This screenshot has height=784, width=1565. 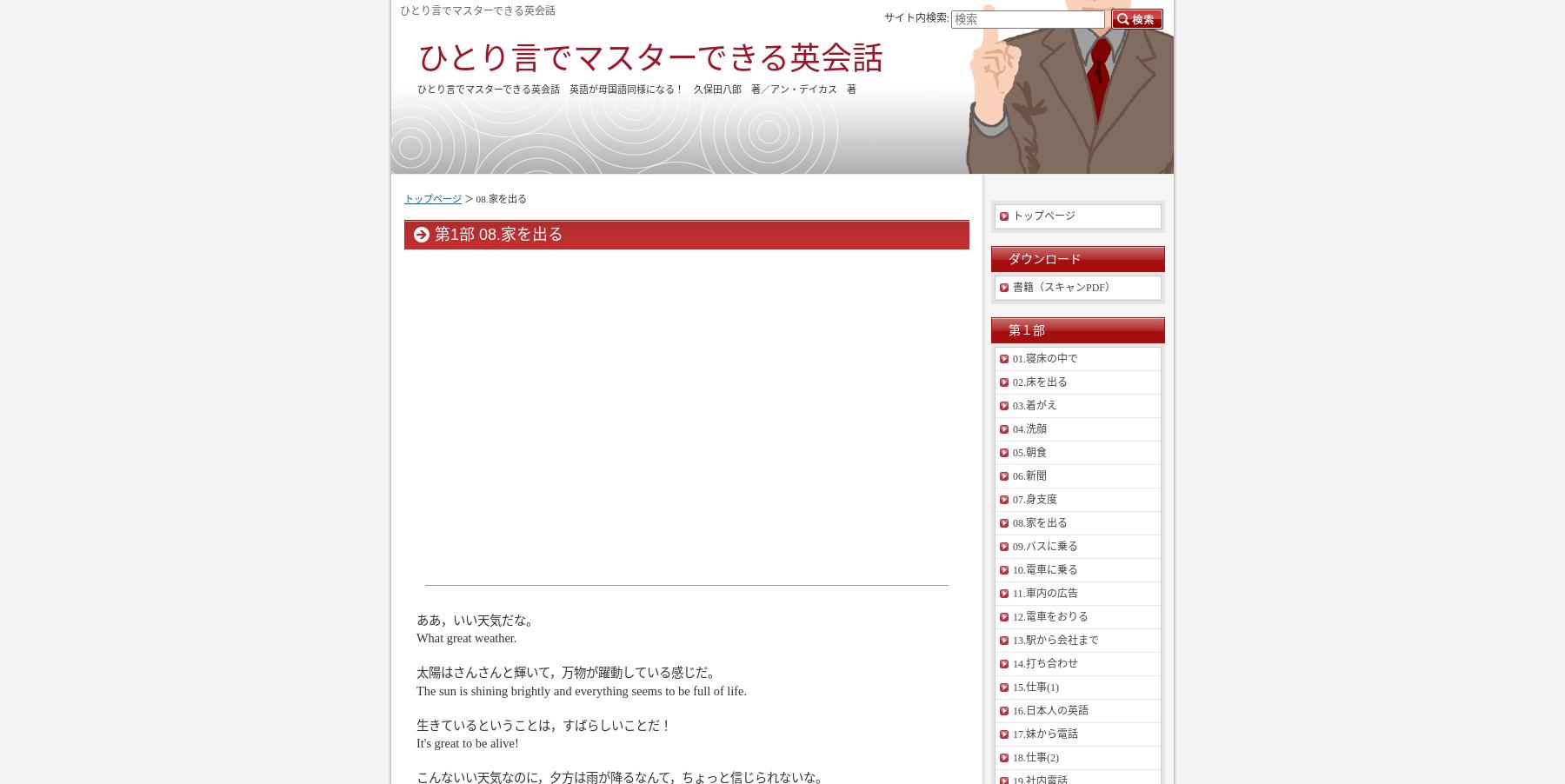 What do you see at coordinates (1044, 569) in the screenshot?
I see `'10.電車に乗る'` at bounding box center [1044, 569].